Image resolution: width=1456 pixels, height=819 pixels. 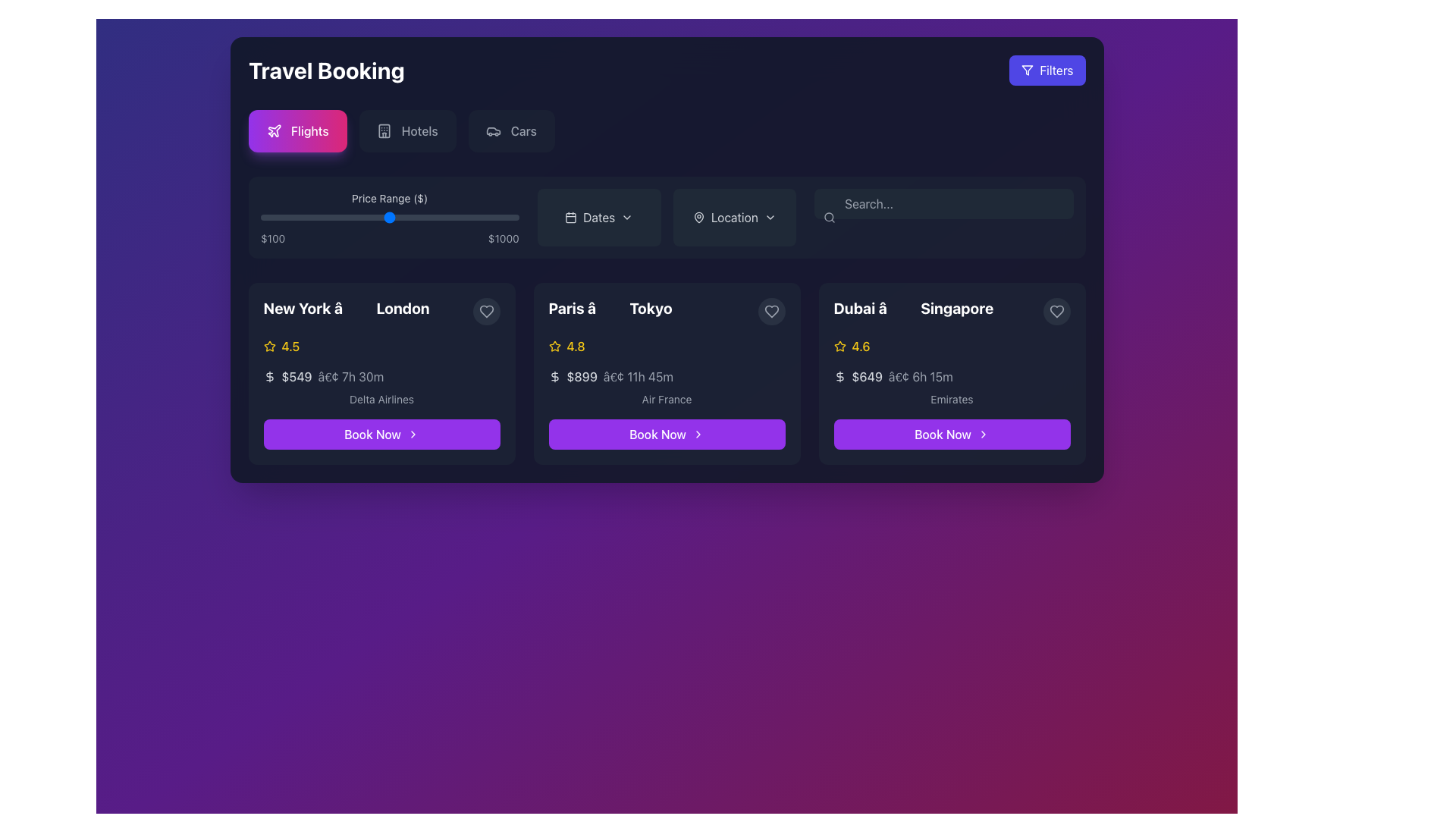 What do you see at coordinates (951, 399) in the screenshot?
I see `the airline label located within the flight route card from Dubai to Singapore, positioned below the price and duration information` at bounding box center [951, 399].